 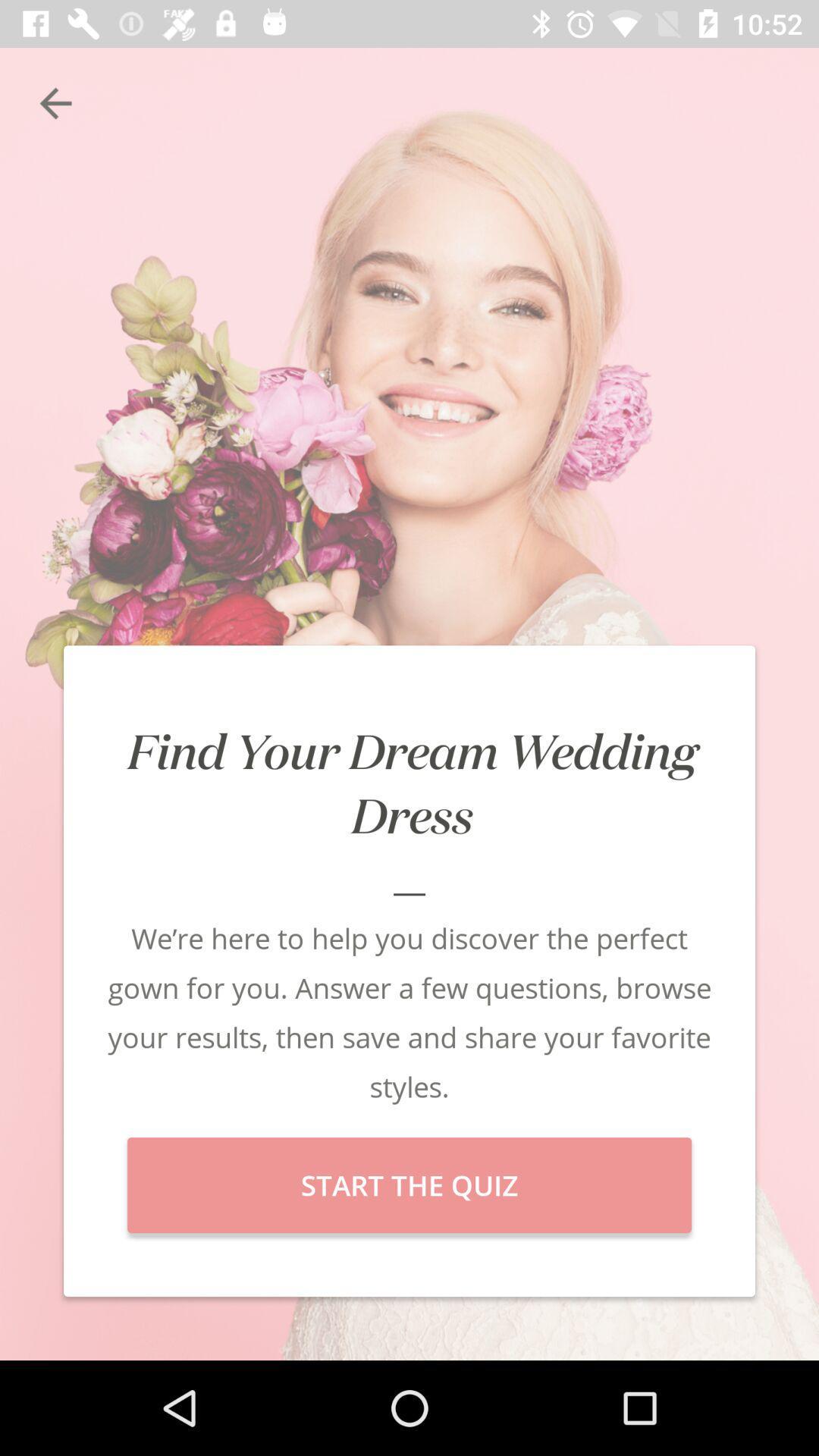 What do you see at coordinates (55, 102) in the screenshot?
I see `to return` at bounding box center [55, 102].